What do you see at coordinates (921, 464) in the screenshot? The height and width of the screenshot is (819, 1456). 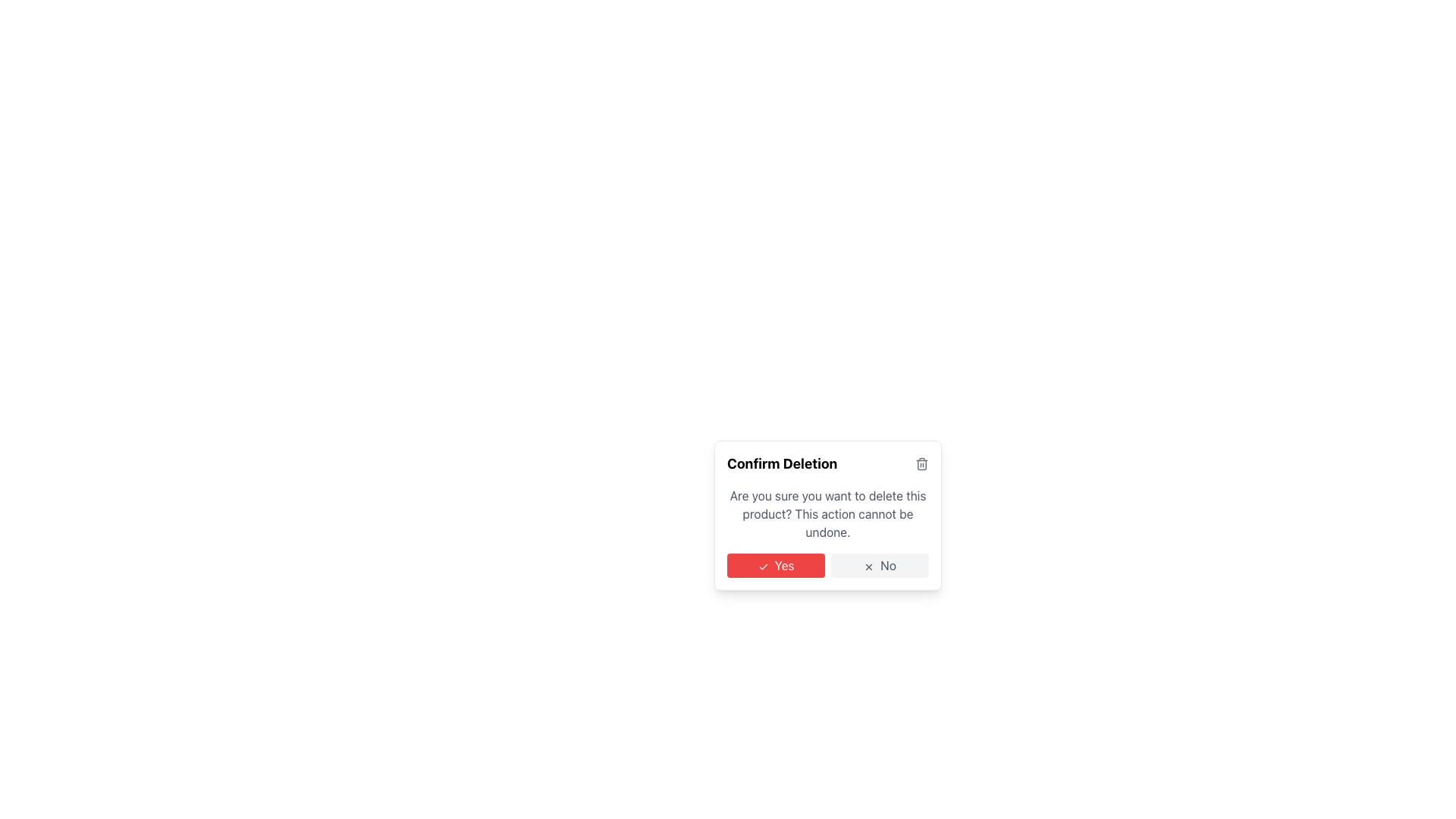 I see `the curved line forming the border of the rectangular trash bin icon in the confirmation dialog labeled 'Confirm Deletion'` at bounding box center [921, 464].